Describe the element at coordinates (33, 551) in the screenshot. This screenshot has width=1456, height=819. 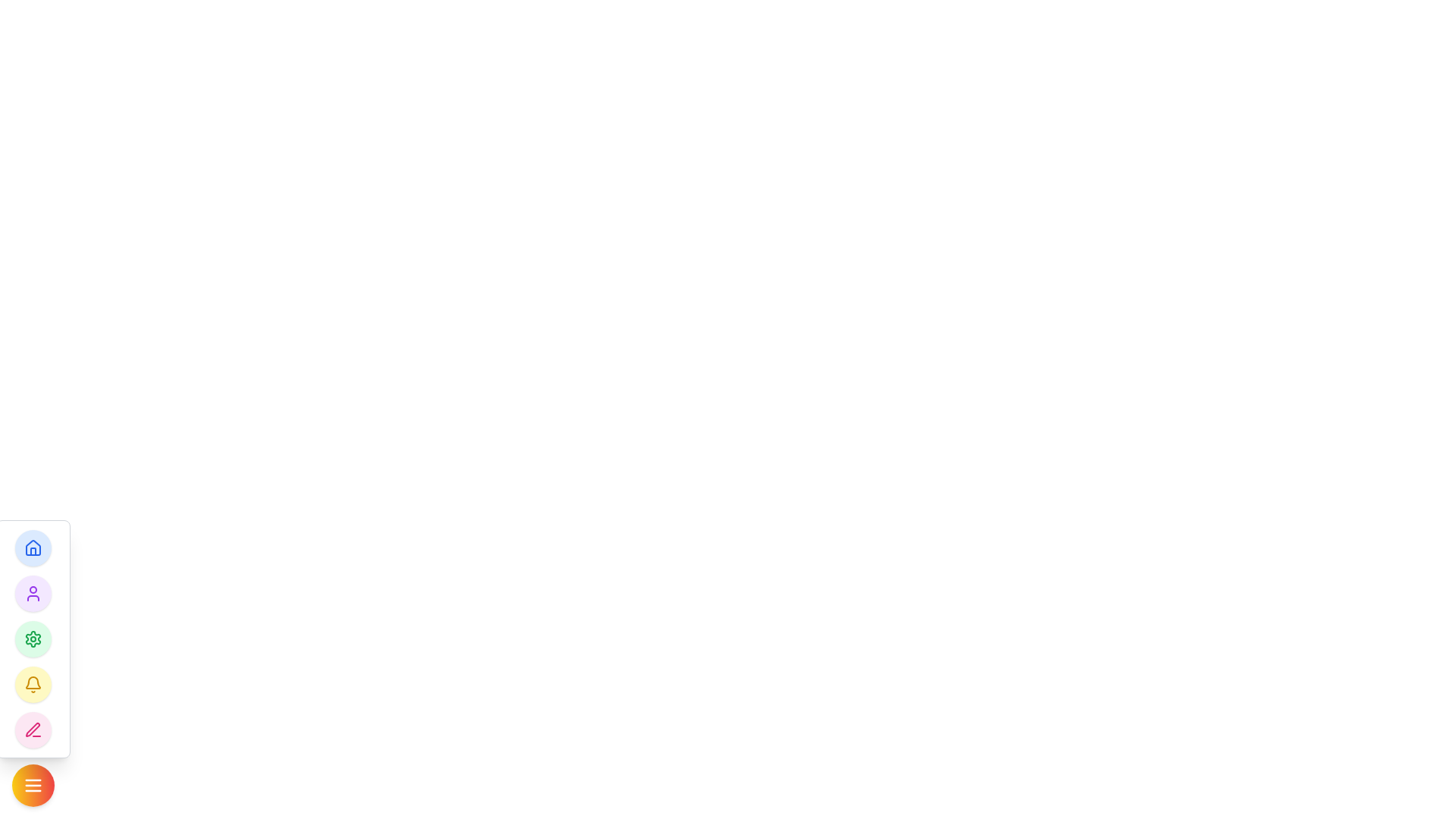
I see `the home icon located at the uppermost position in the vertical column of rounded icons on the left side of the interface` at that location.